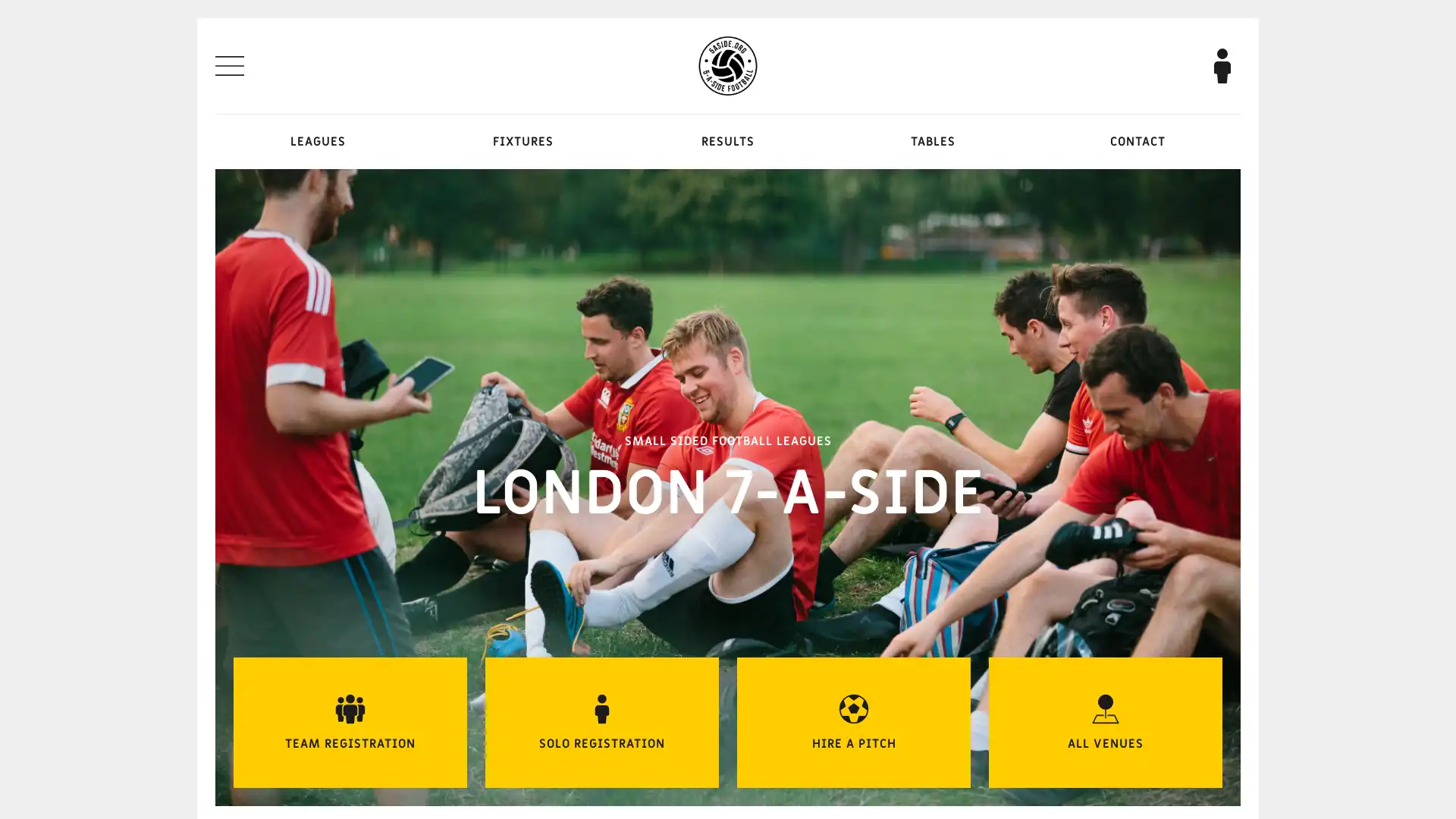  What do you see at coordinates (1252, 488) in the screenshot?
I see `Next` at bounding box center [1252, 488].